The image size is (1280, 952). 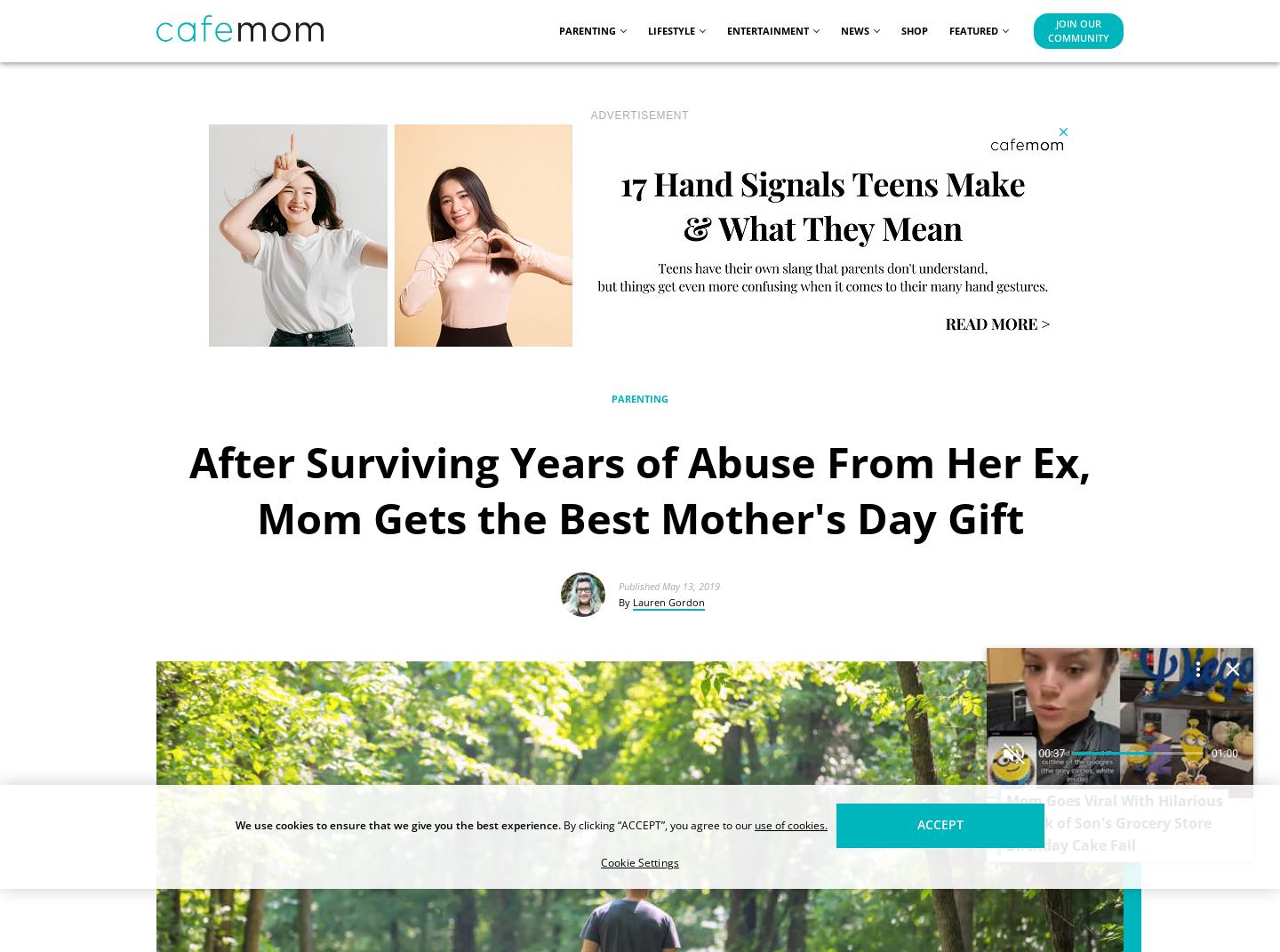 What do you see at coordinates (767, 28) in the screenshot?
I see `'Entertainment'` at bounding box center [767, 28].